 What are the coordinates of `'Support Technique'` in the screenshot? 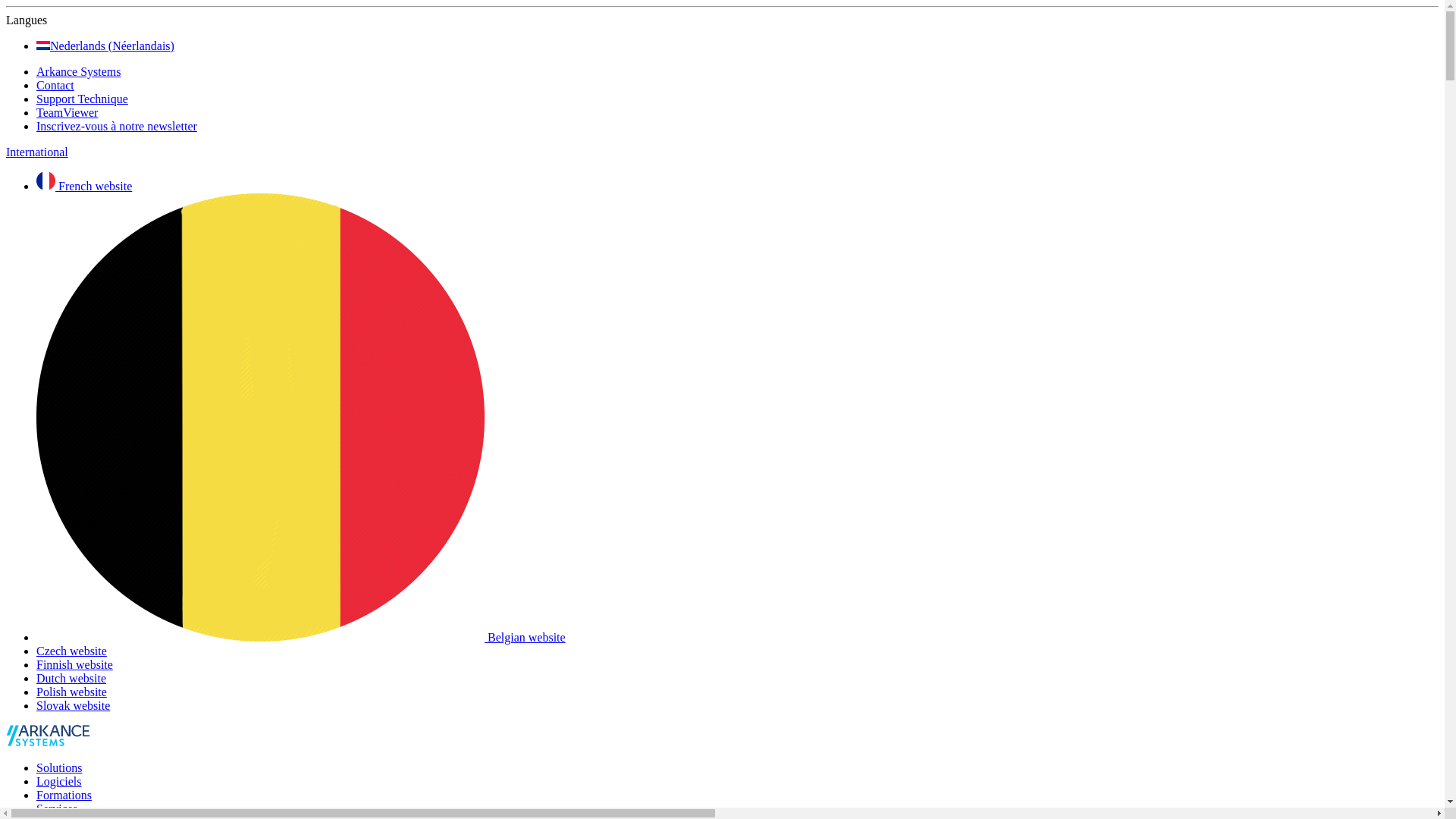 It's located at (36, 99).